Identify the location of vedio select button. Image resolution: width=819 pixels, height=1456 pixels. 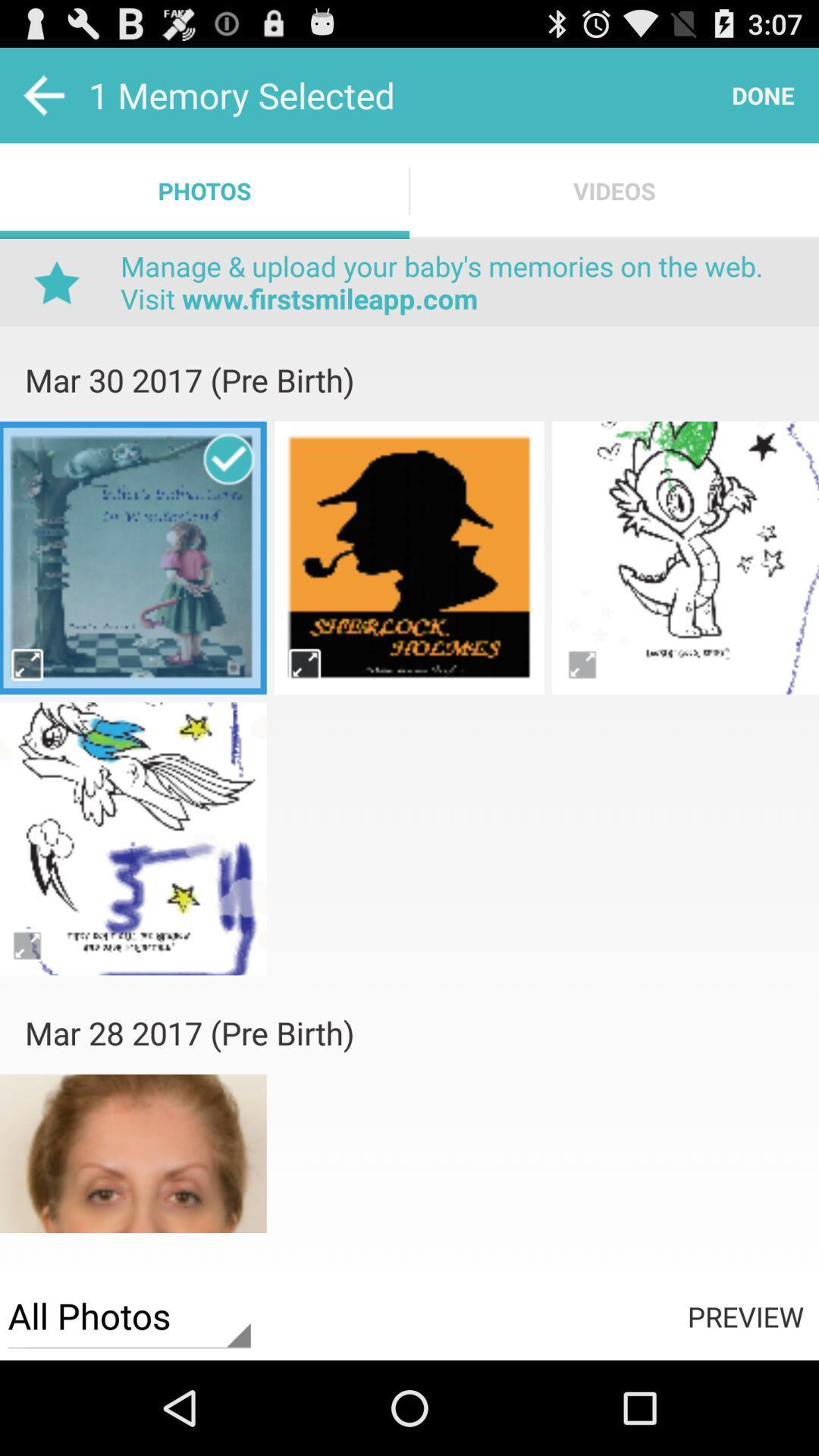
(28, 664).